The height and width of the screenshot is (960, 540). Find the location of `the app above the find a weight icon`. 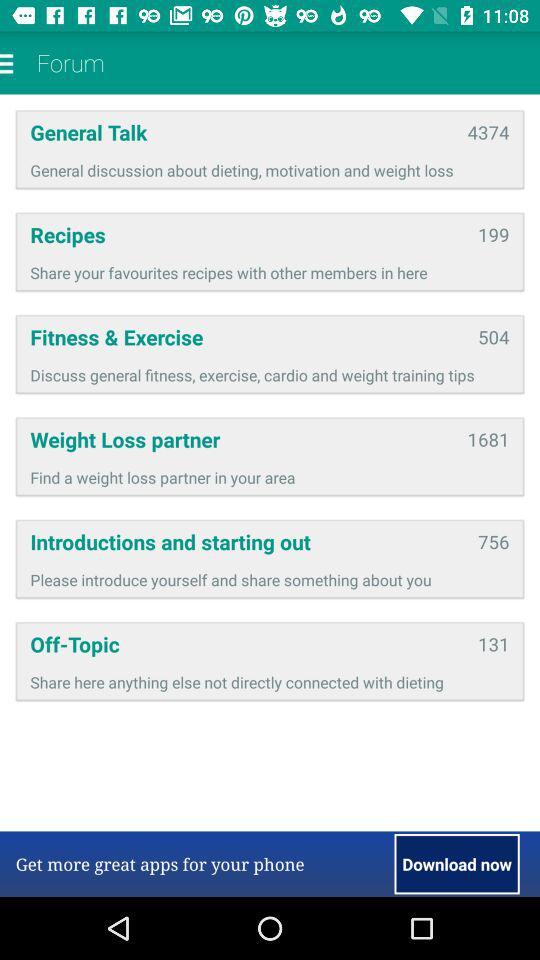

the app above the find a weight icon is located at coordinates (487, 439).